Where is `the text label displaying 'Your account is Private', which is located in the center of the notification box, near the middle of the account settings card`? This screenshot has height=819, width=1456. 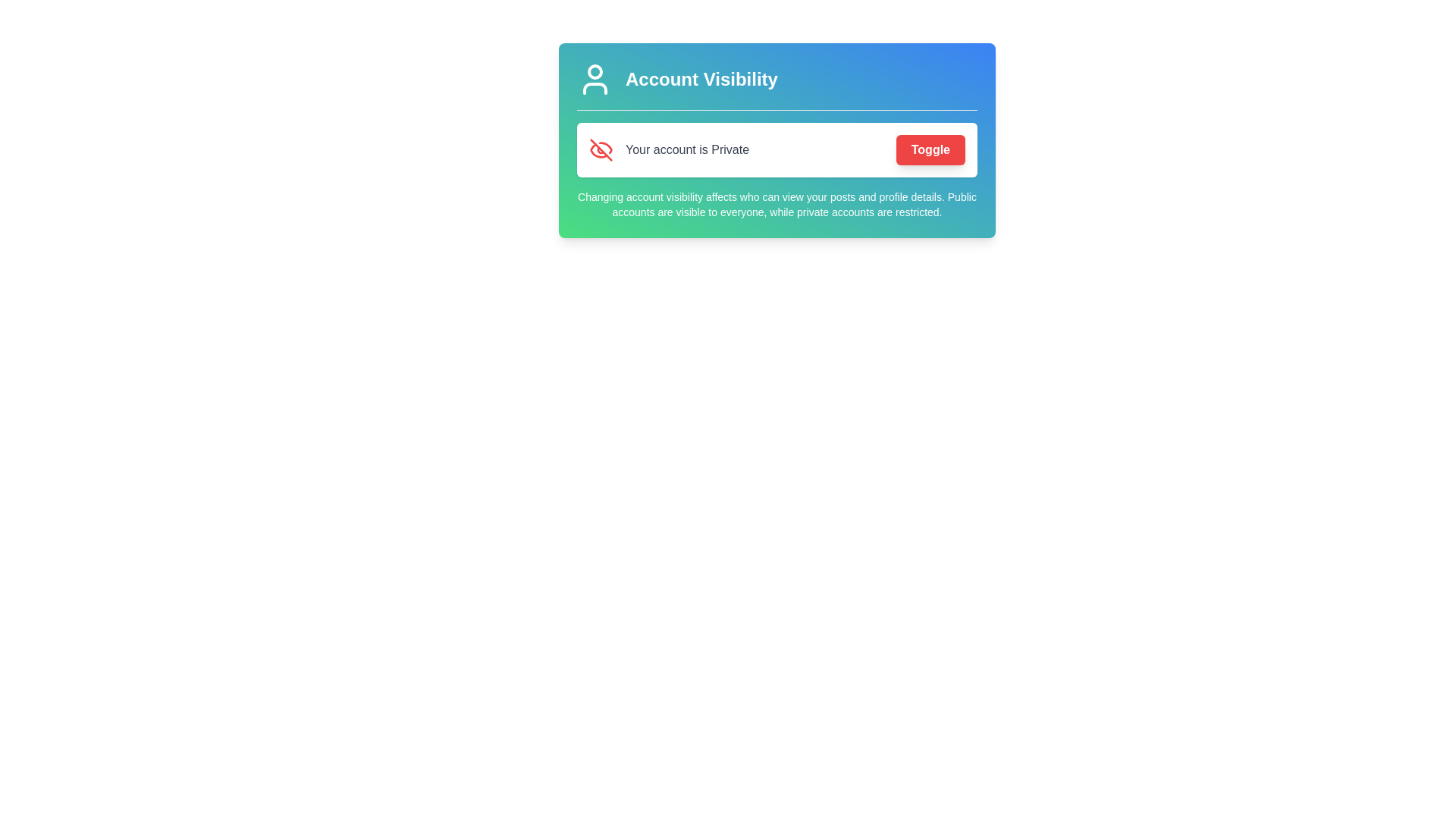 the text label displaying 'Your account is Private', which is located in the center of the notification box, near the middle of the account settings card is located at coordinates (686, 149).